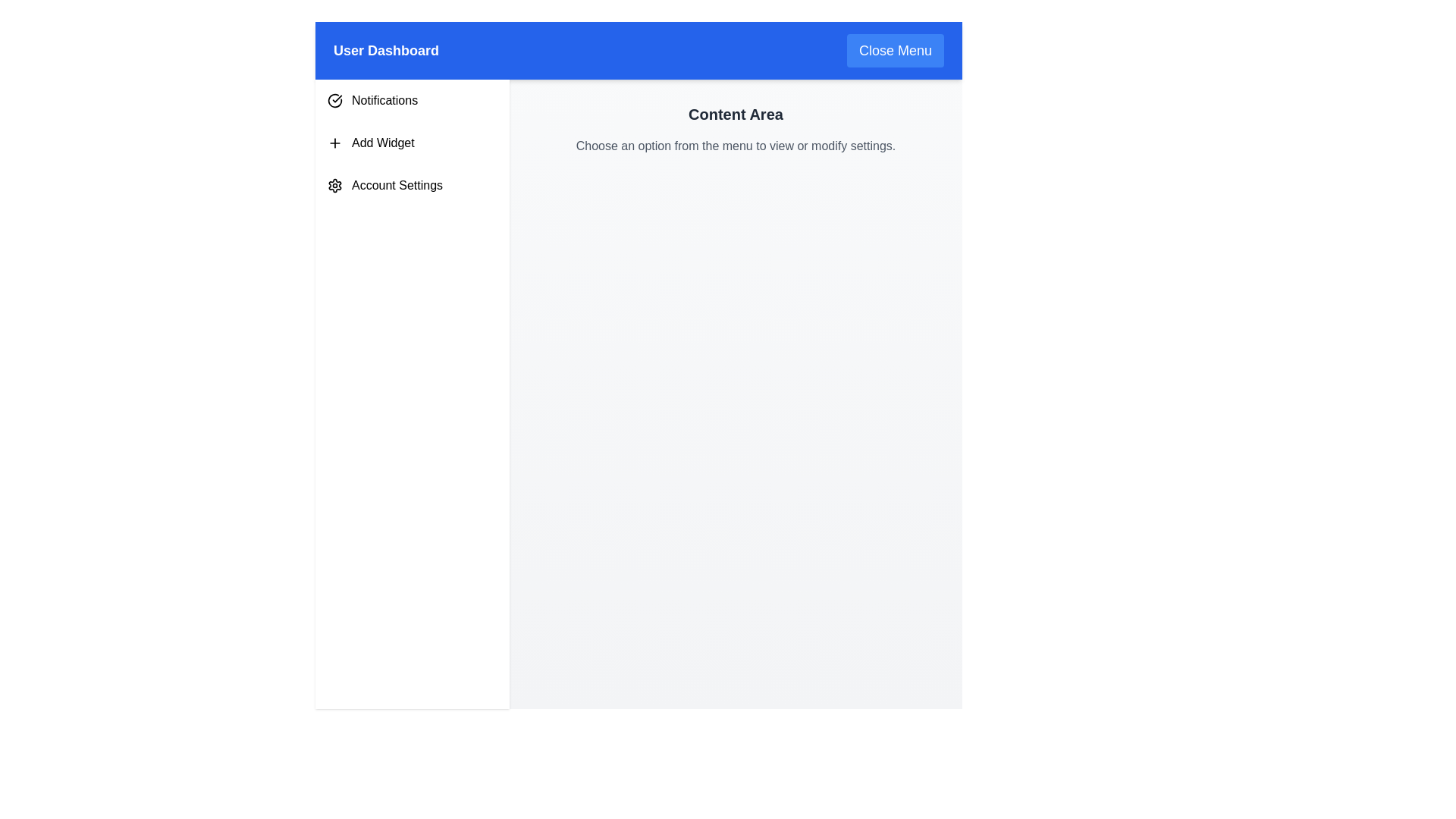 The width and height of the screenshot is (1456, 819). I want to click on the 'Add Widget' button, which is the second item in a vertical list, to trigger its hover effect, so click(412, 143).